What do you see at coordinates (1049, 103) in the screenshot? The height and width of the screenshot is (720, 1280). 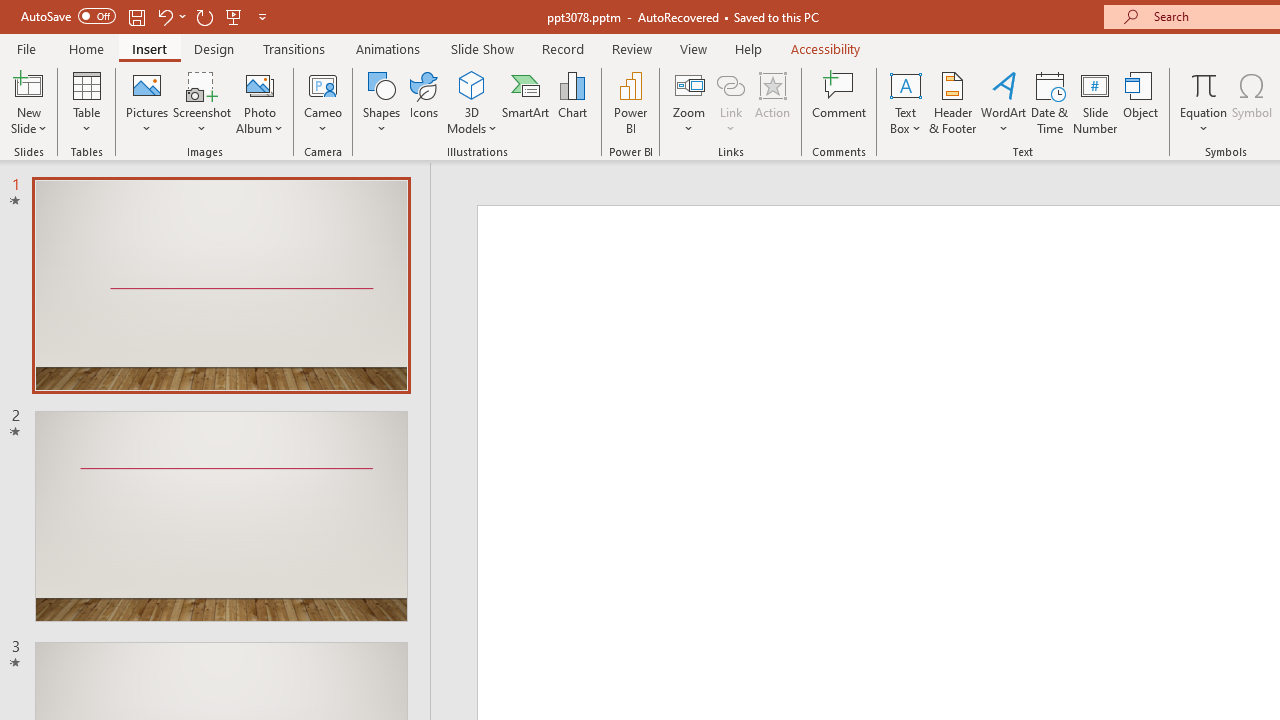 I see `'Date & Time...'` at bounding box center [1049, 103].